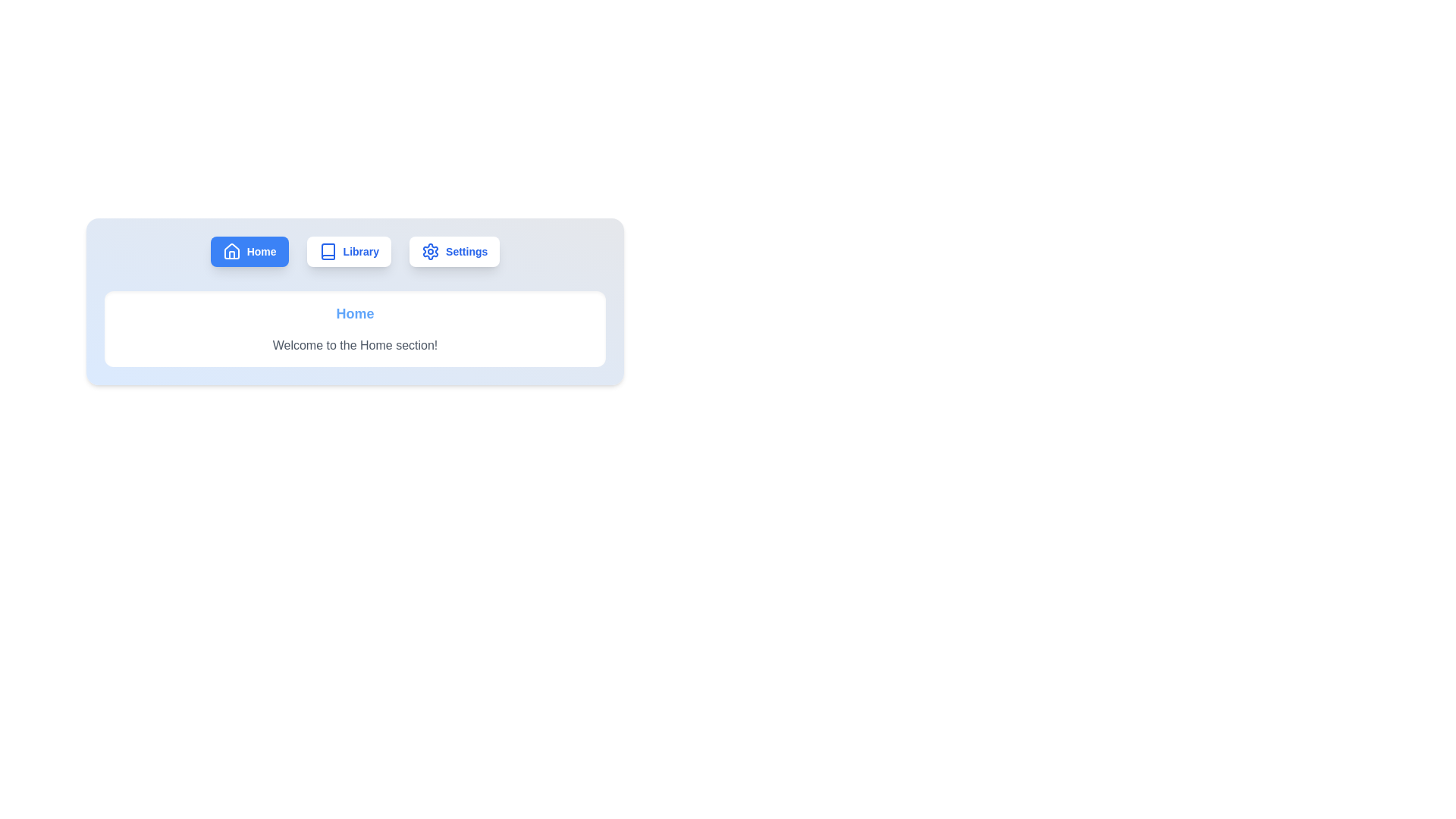 The image size is (1456, 819). I want to click on the Library tab, so click(348, 250).